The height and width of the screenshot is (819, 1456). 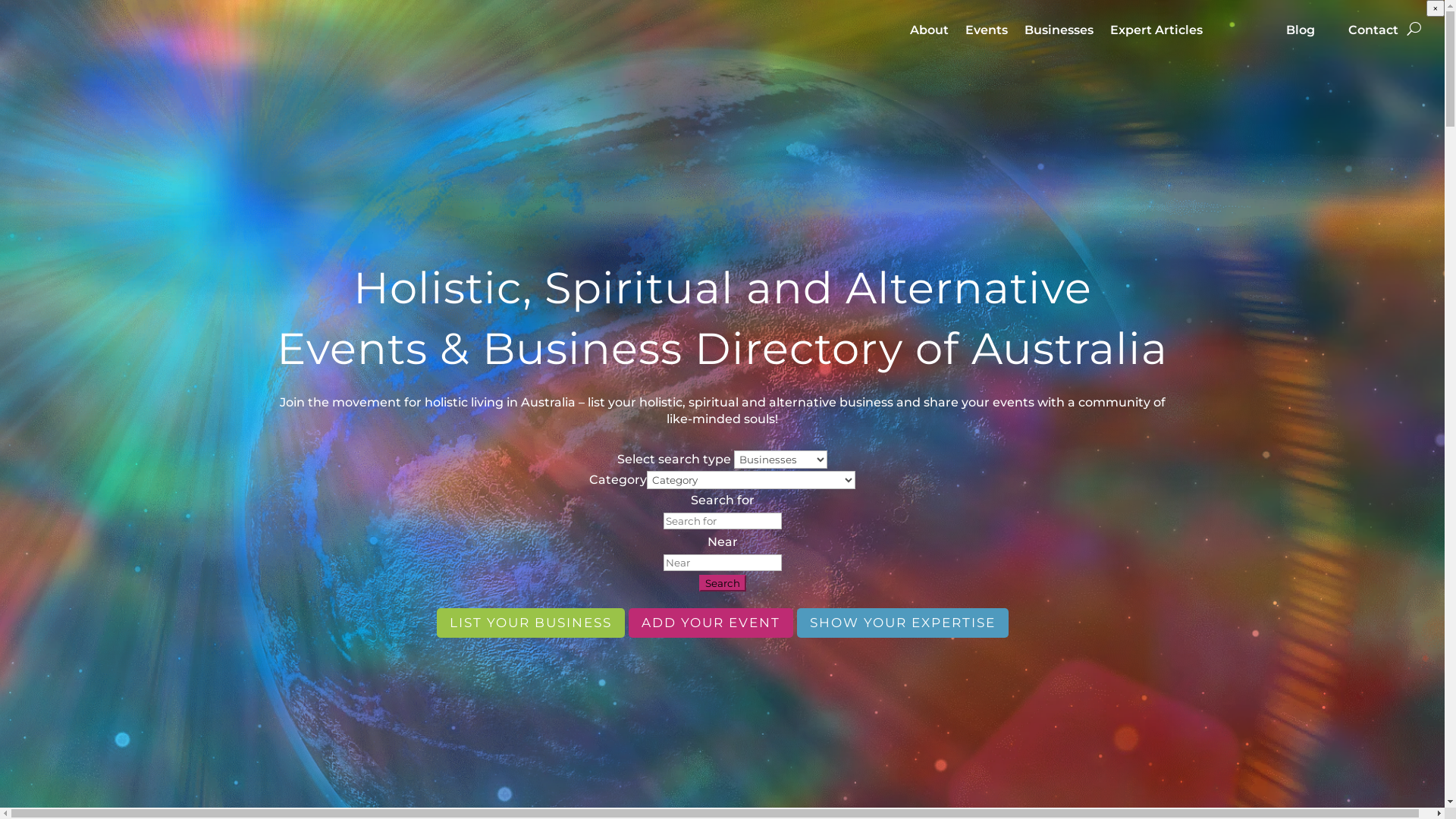 What do you see at coordinates (986, 40) in the screenshot?
I see `'Events'` at bounding box center [986, 40].